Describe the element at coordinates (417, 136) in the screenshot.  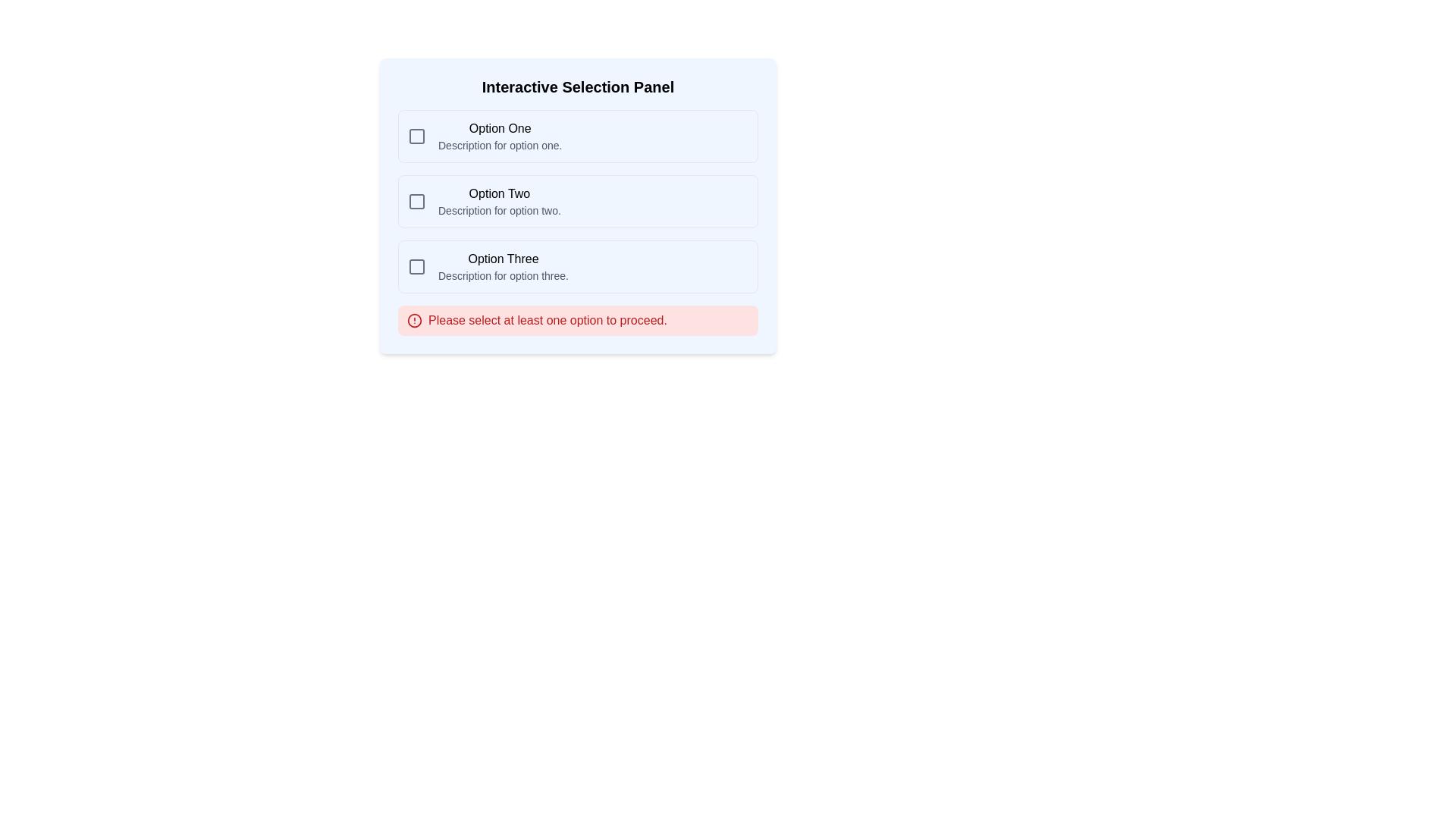
I see `the Checkbox-style button for 'Option One'` at that location.